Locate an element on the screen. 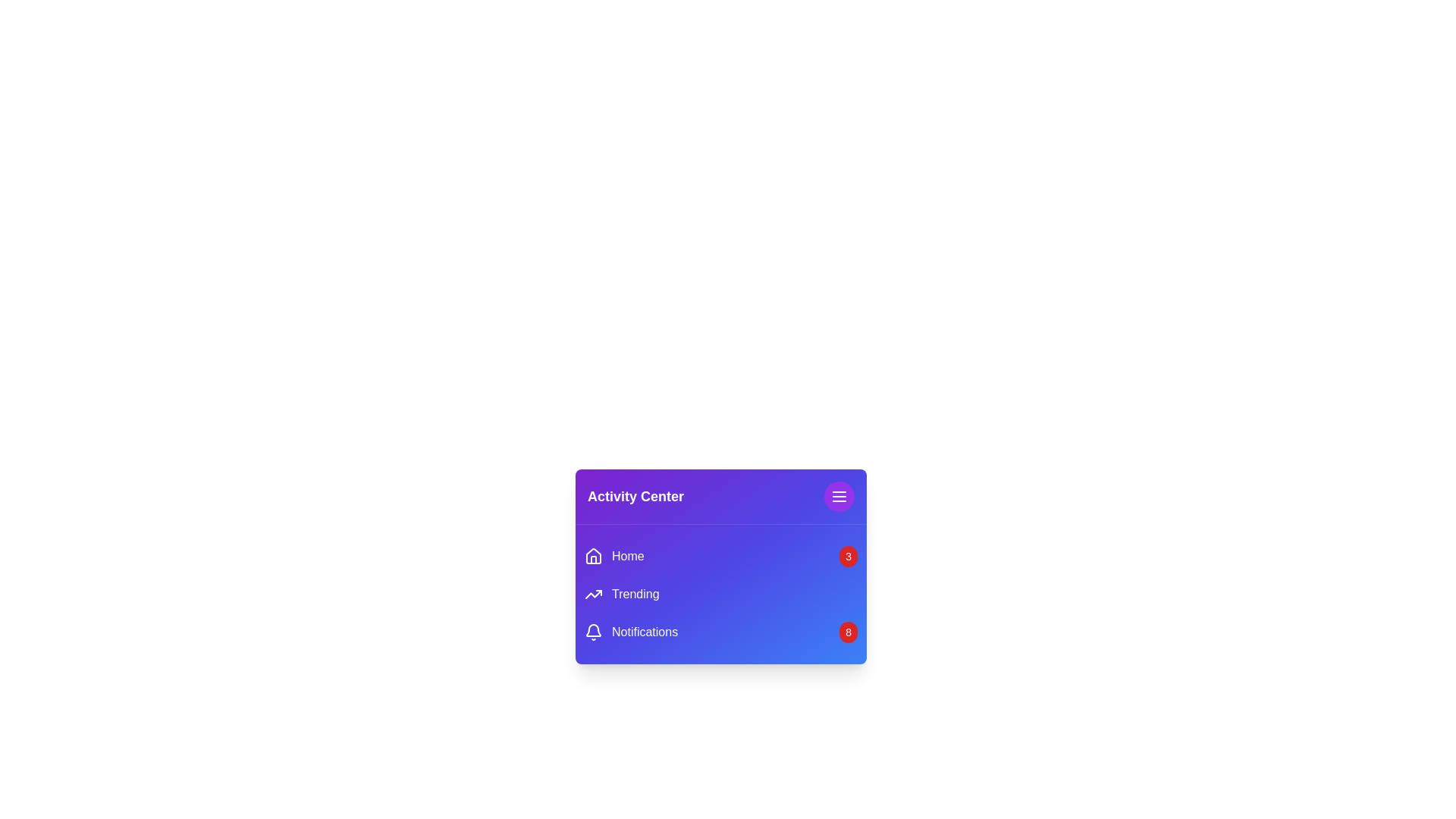 The image size is (1456, 819). the menu item Trending by clicking on it is located at coordinates (622, 593).